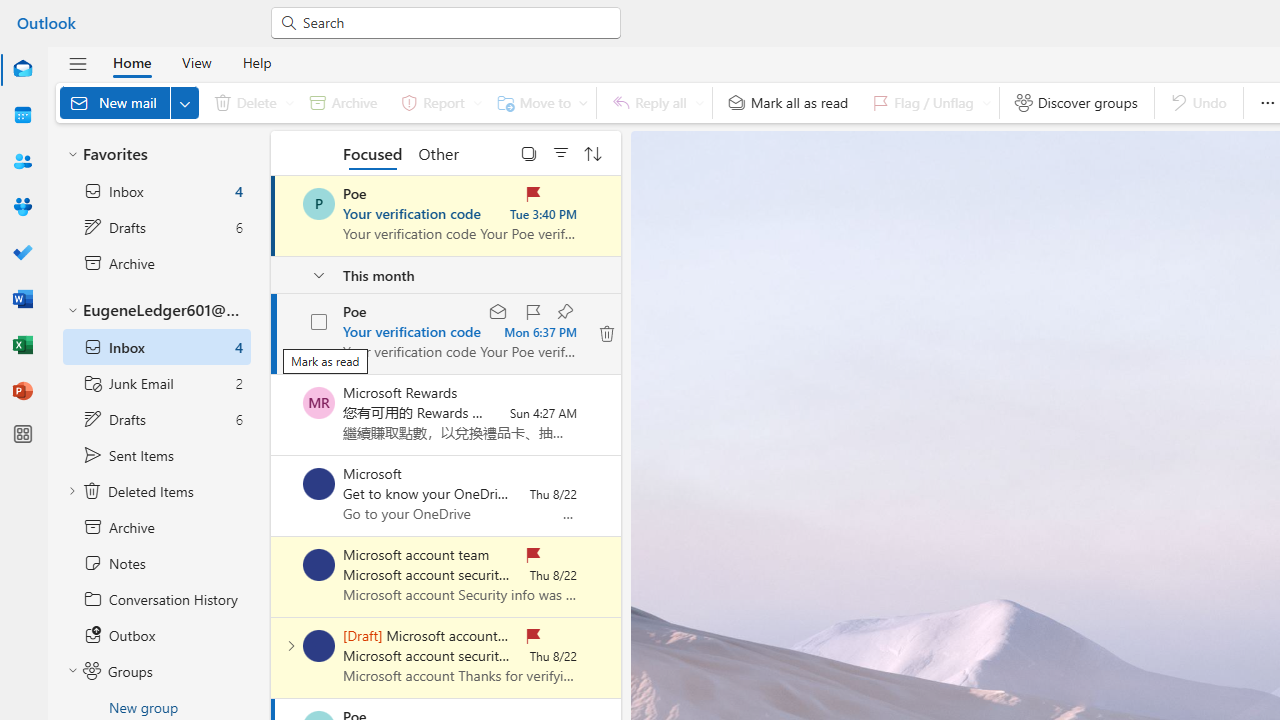 Image resolution: width=1280 pixels, height=720 pixels. What do you see at coordinates (605, 332) in the screenshot?
I see `'Class: KBPxt hn2lg'` at bounding box center [605, 332].